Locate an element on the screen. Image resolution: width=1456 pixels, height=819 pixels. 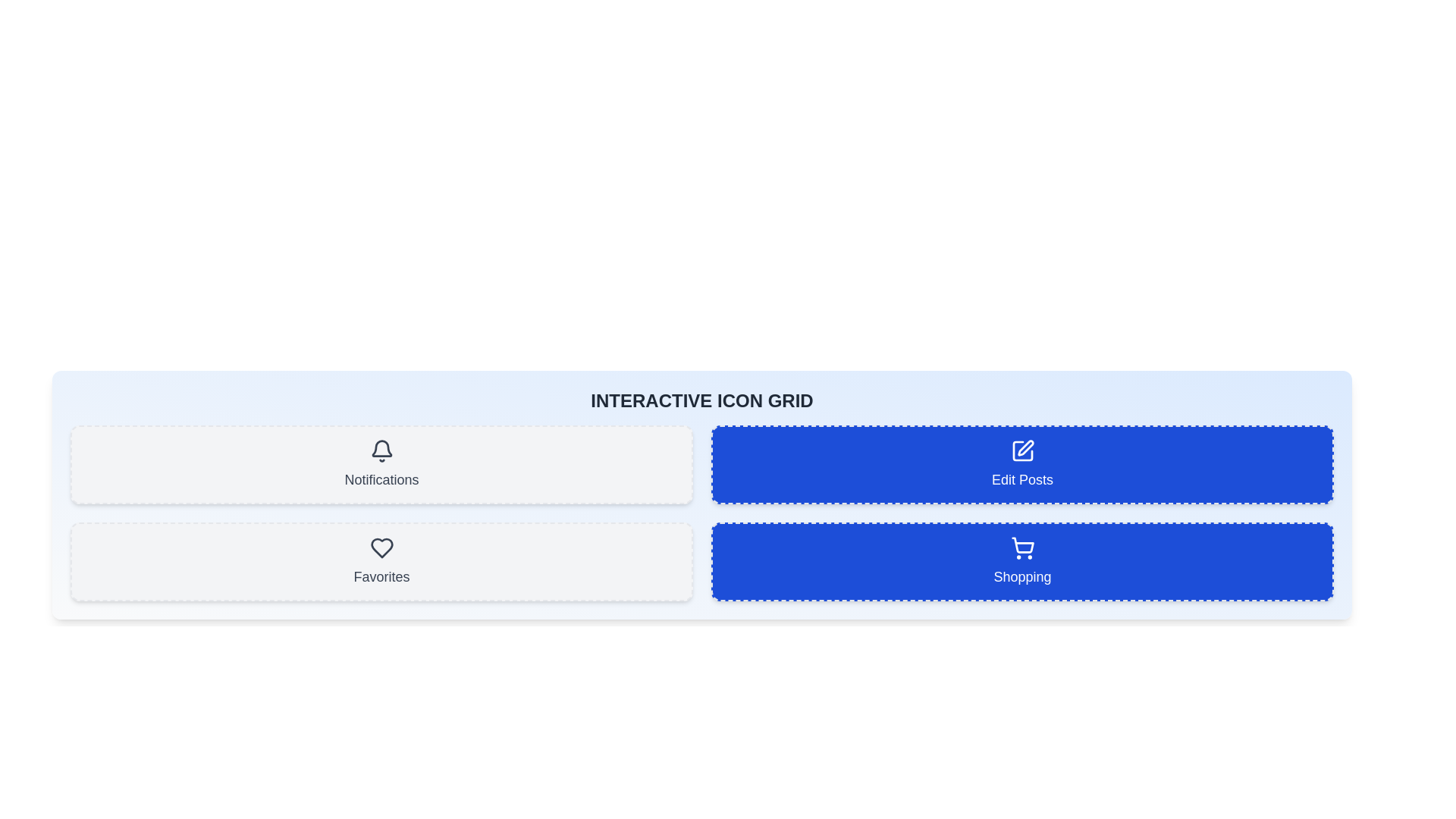
the grid item labeled Favorites to observe the hover effect is located at coordinates (381, 561).